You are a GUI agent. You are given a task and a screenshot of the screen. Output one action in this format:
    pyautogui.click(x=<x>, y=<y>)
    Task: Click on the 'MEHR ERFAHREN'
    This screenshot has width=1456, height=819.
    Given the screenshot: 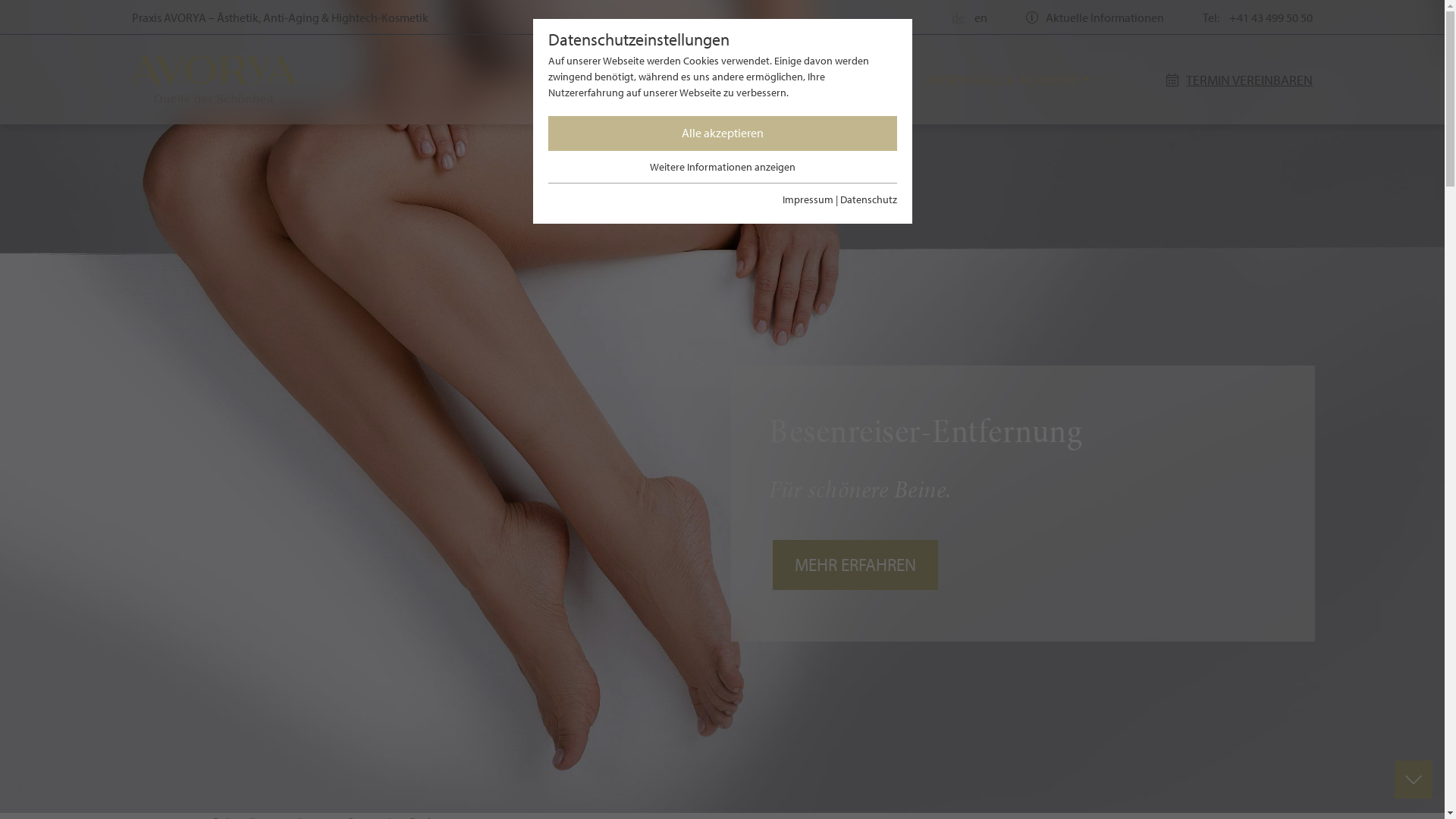 What is the action you would take?
    pyautogui.click(x=855, y=564)
    